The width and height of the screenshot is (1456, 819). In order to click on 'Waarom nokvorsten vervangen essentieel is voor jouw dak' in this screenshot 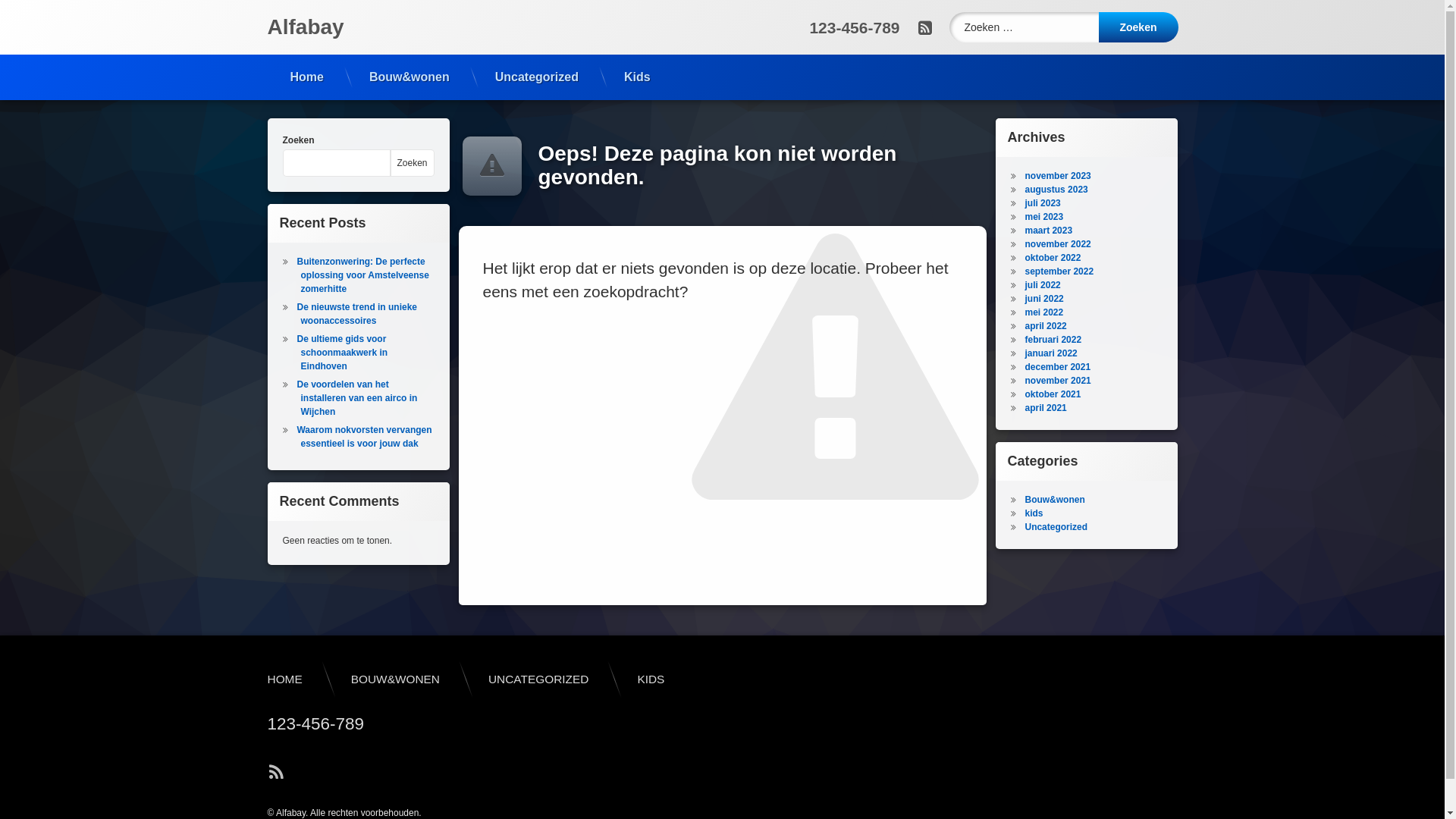, I will do `click(364, 436)`.